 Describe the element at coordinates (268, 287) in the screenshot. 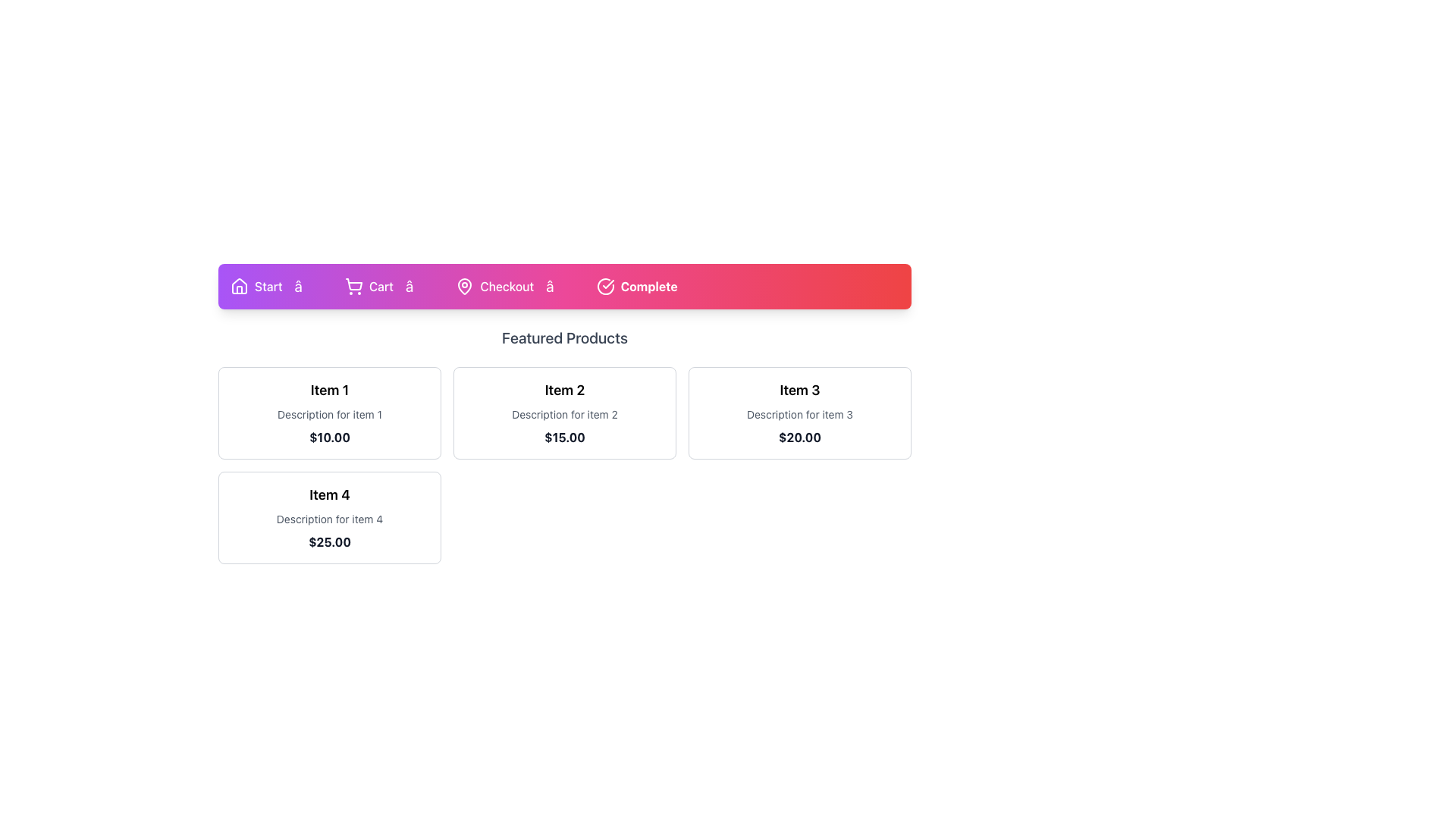

I see `the text label located on the navigation bar, positioned to the right of the house icon, which indicates the starting point or home section of the application` at that location.